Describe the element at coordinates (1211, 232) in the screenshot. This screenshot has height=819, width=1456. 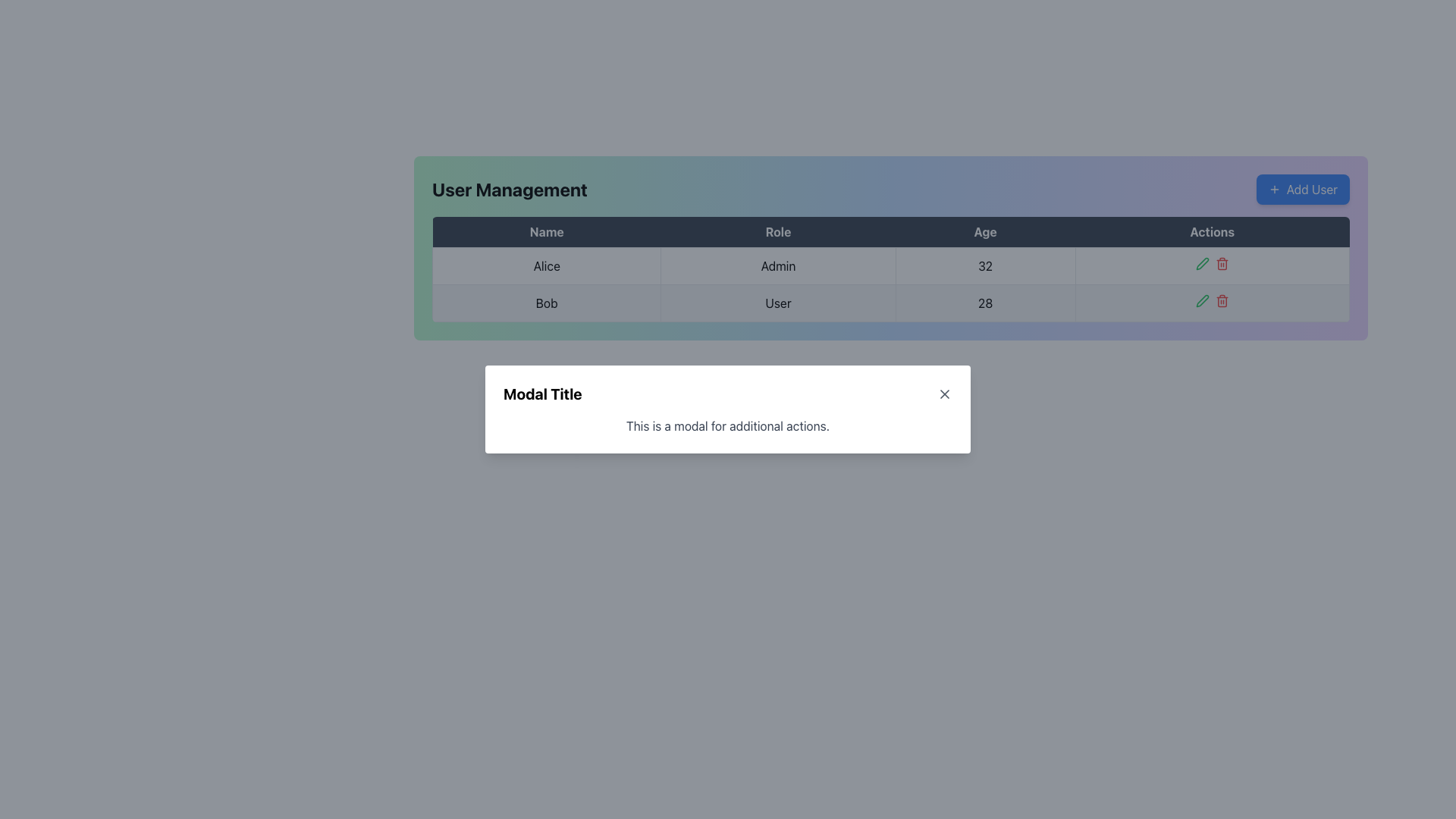
I see `the header label for the 'Actions' column located in the top-right section of the table's header row, which is the fourth cell to the right of the 'Age' column` at that location.